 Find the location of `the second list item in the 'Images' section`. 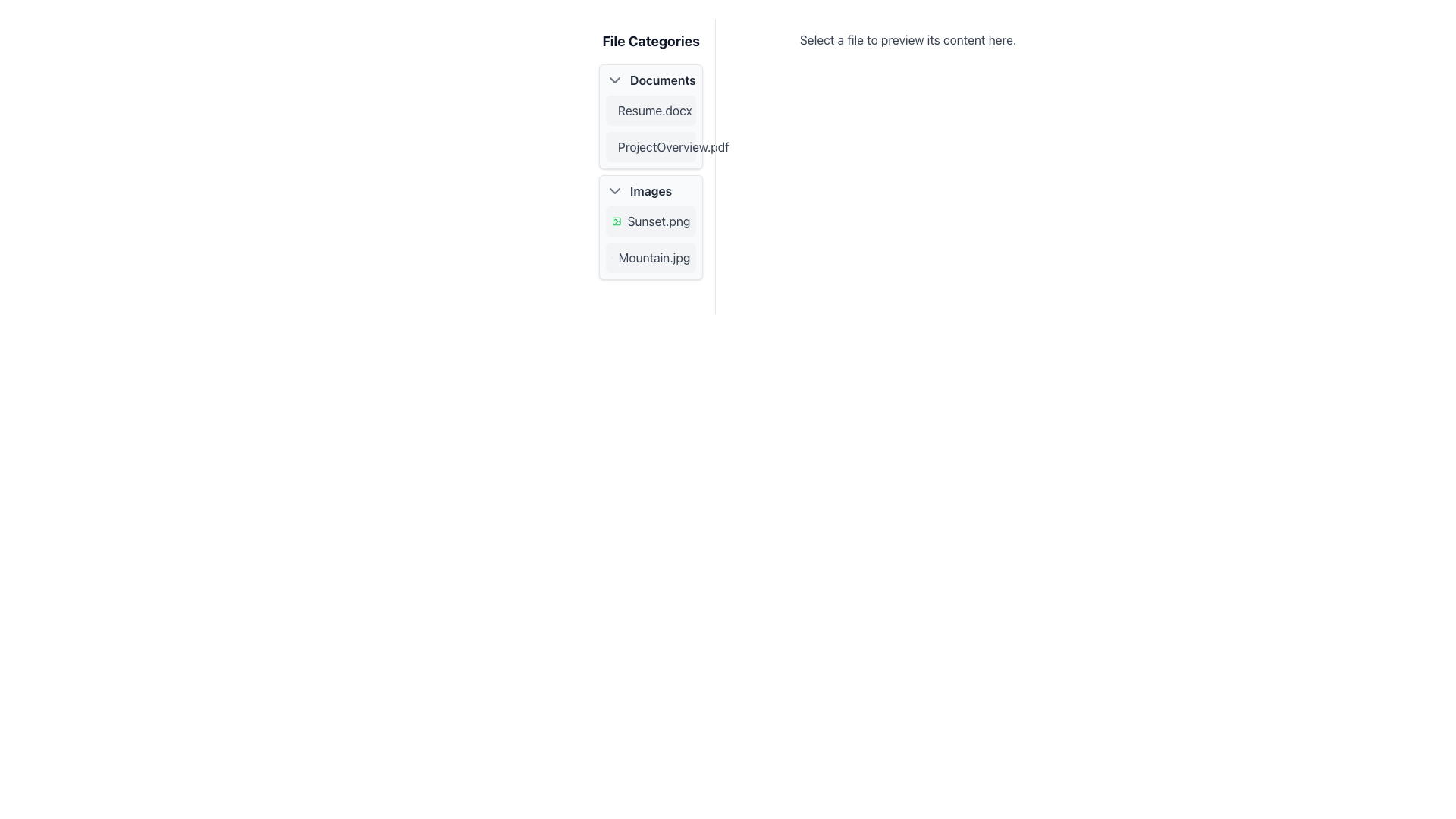

the second list item in the 'Images' section is located at coordinates (651, 239).